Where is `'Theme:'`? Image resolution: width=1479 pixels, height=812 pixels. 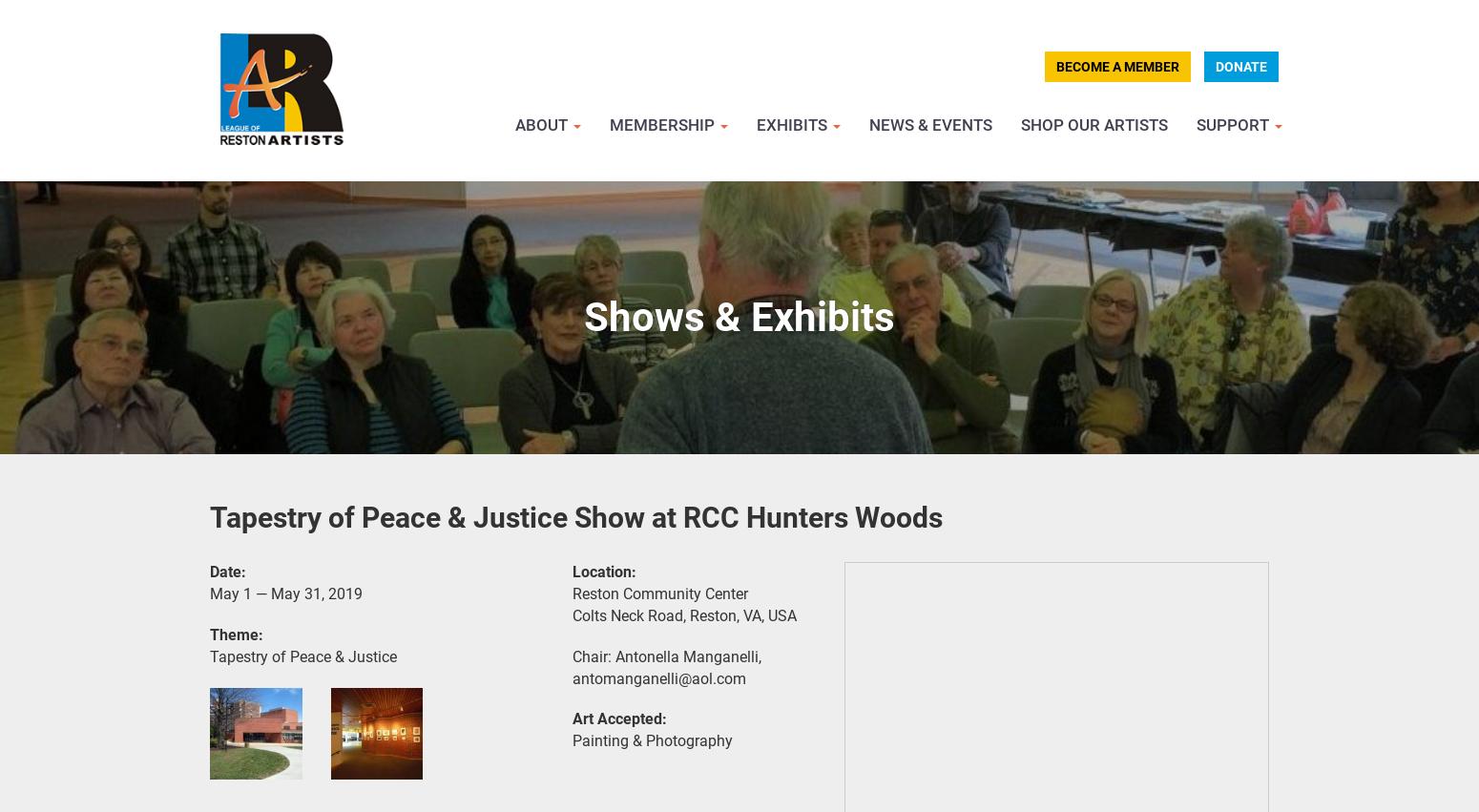 'Theme:' is located at coordinates (237, 634).